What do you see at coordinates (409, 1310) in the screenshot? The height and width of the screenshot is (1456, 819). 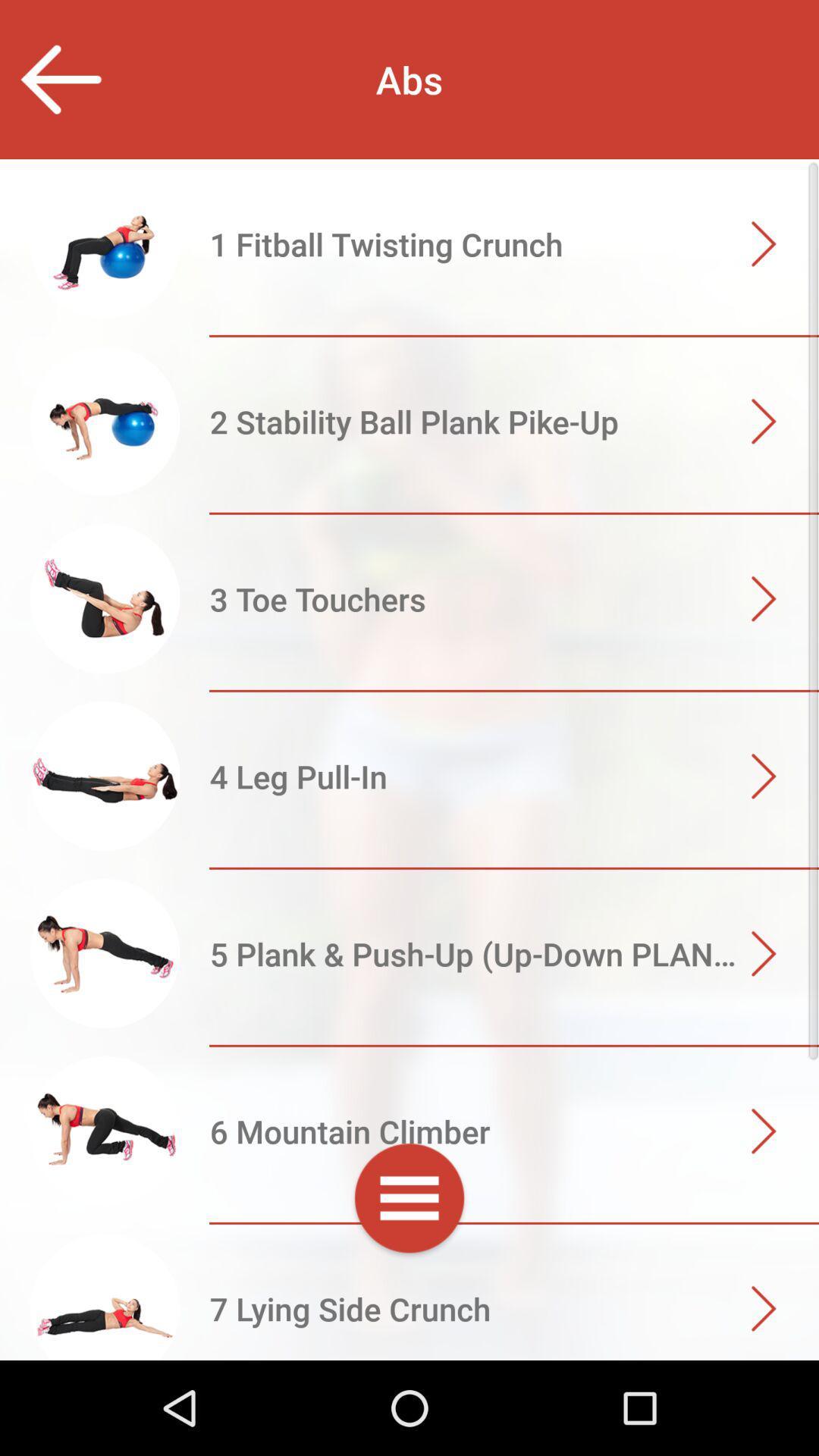 I see `go next page` at bounding box center [409, 1310].